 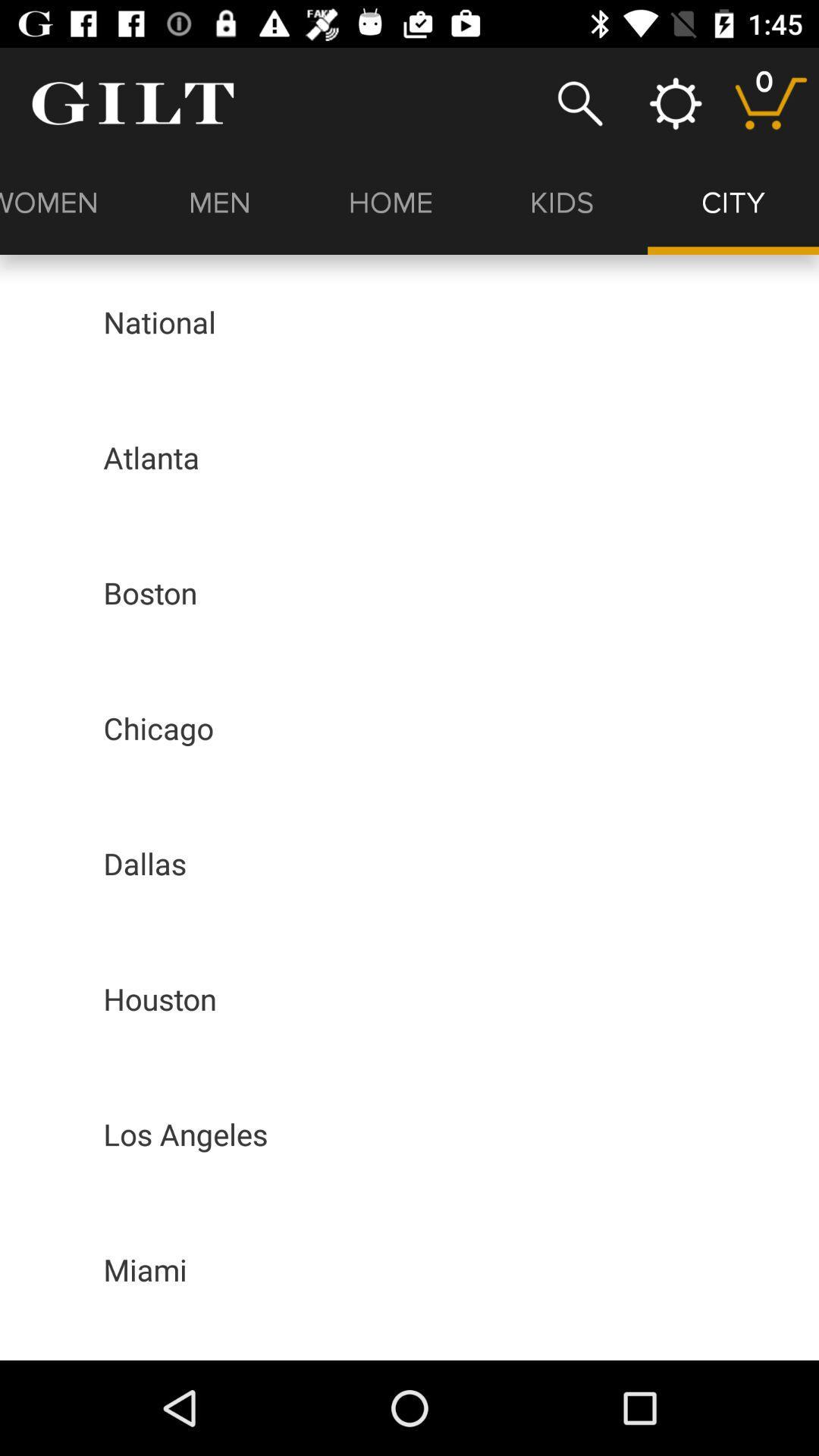 I want to click on the item above the atlanta icon, so click(x=159, y=321).